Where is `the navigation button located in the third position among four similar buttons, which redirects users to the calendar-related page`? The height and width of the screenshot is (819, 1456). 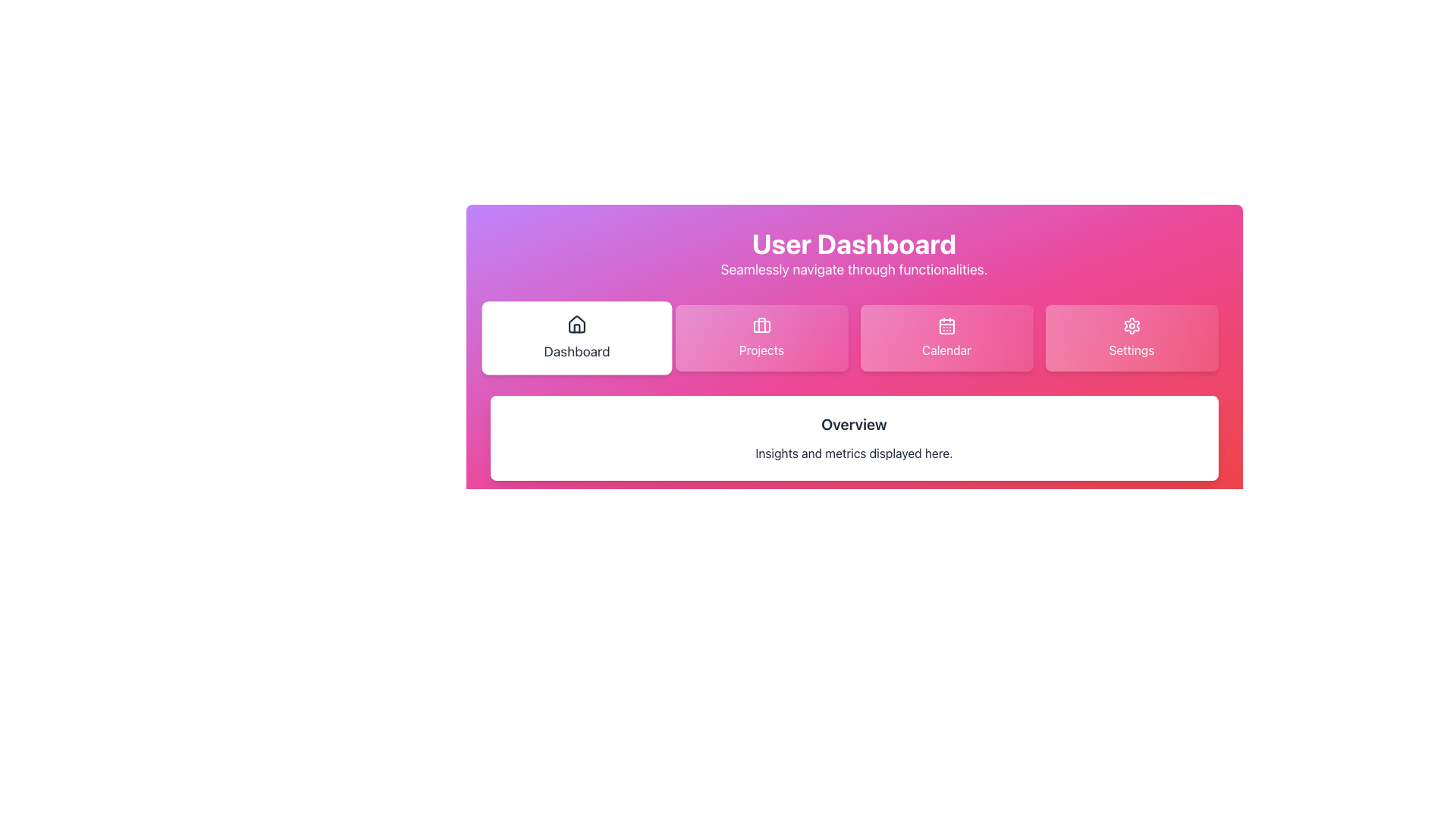 the navigation button located in the third position among four similar buttons, which redirects users to the calendar-related page is located at coordinates (946, 337).